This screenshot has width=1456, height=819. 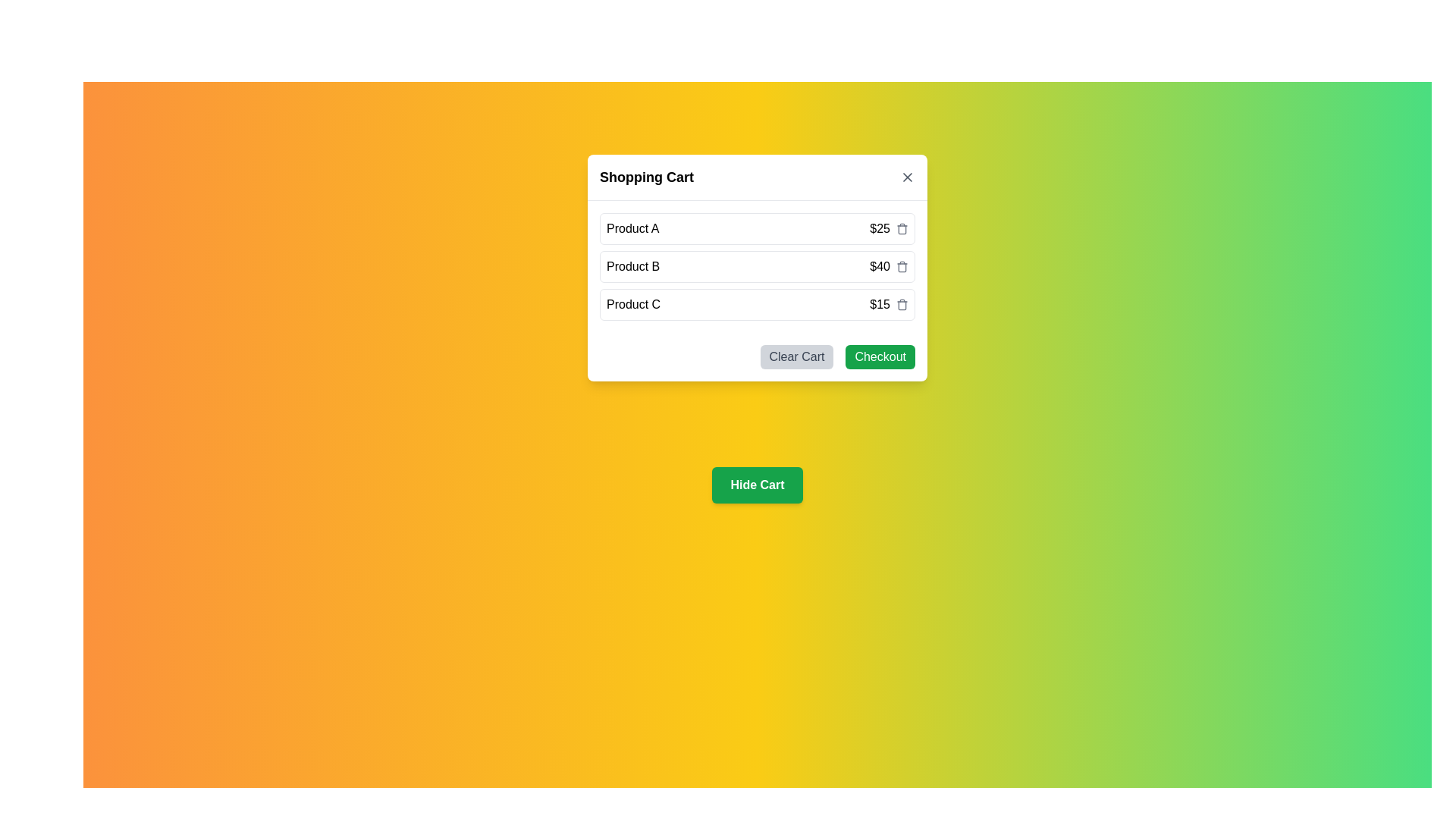 I want to click on the delete button icon located to the right of the price '$25' for 'Product A' in the shopping cart list to change its color to red, so click(x=902, y=230).